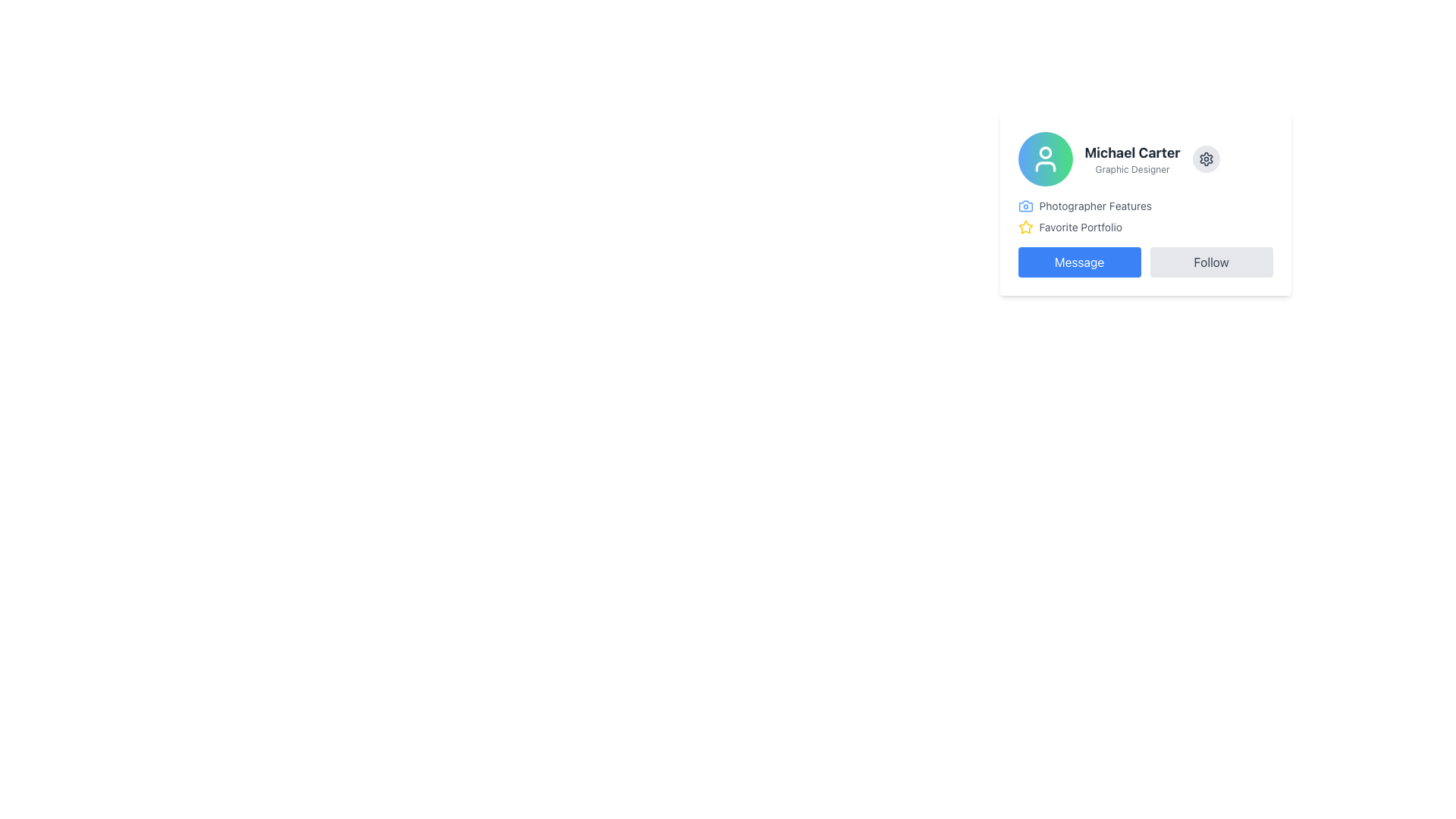 The image size is (1456, 819). Describe the element at coordinates (1210, 262) in the screenshot. I see `the 'Follow' button, which is a rectangular button with a light gray background and dark gray text, located to the right of the 'Message' button in the lower section of the profile card layout` at that location.